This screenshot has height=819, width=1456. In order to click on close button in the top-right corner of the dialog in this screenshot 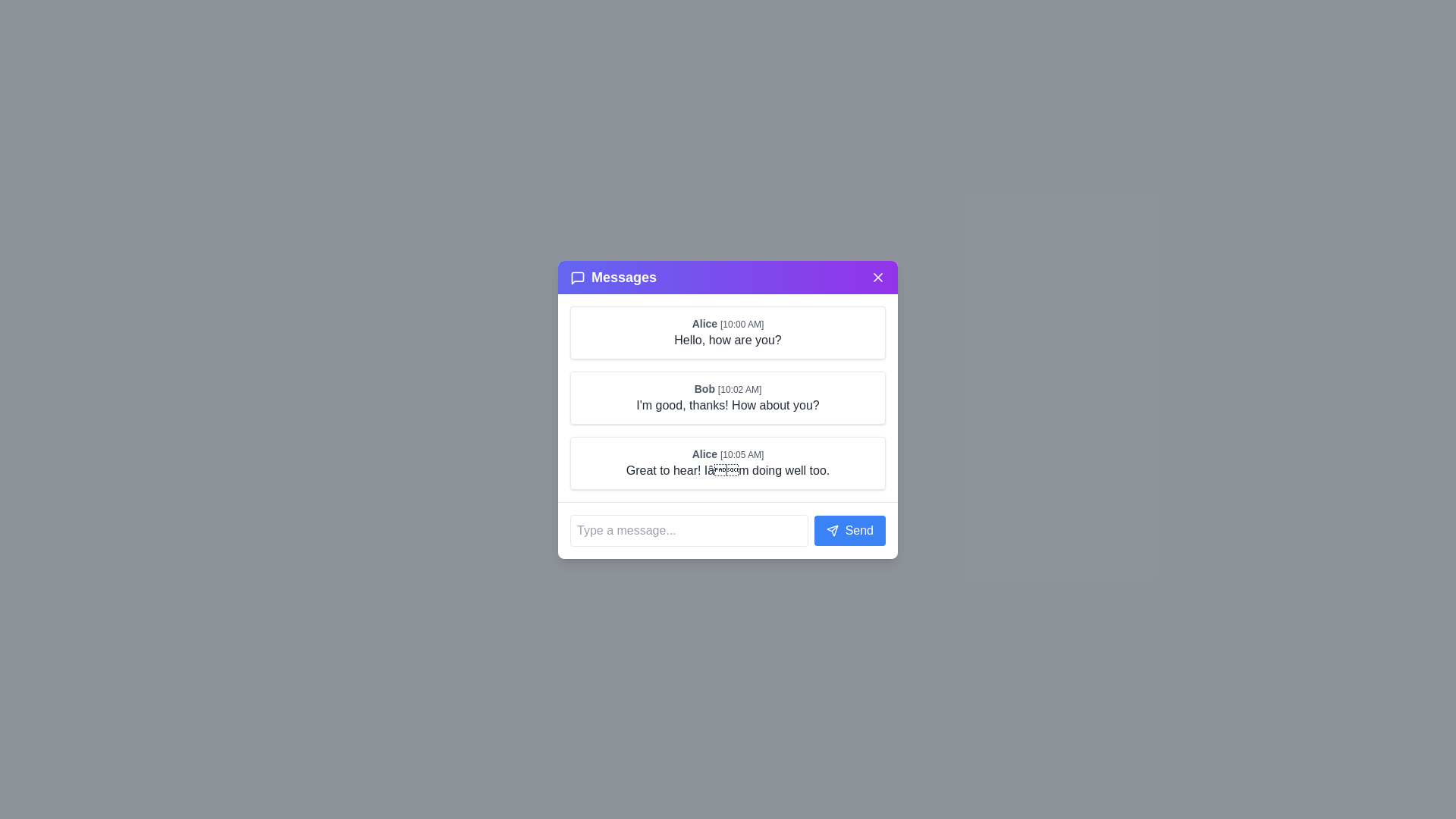, I will do `click(877, 277)`.